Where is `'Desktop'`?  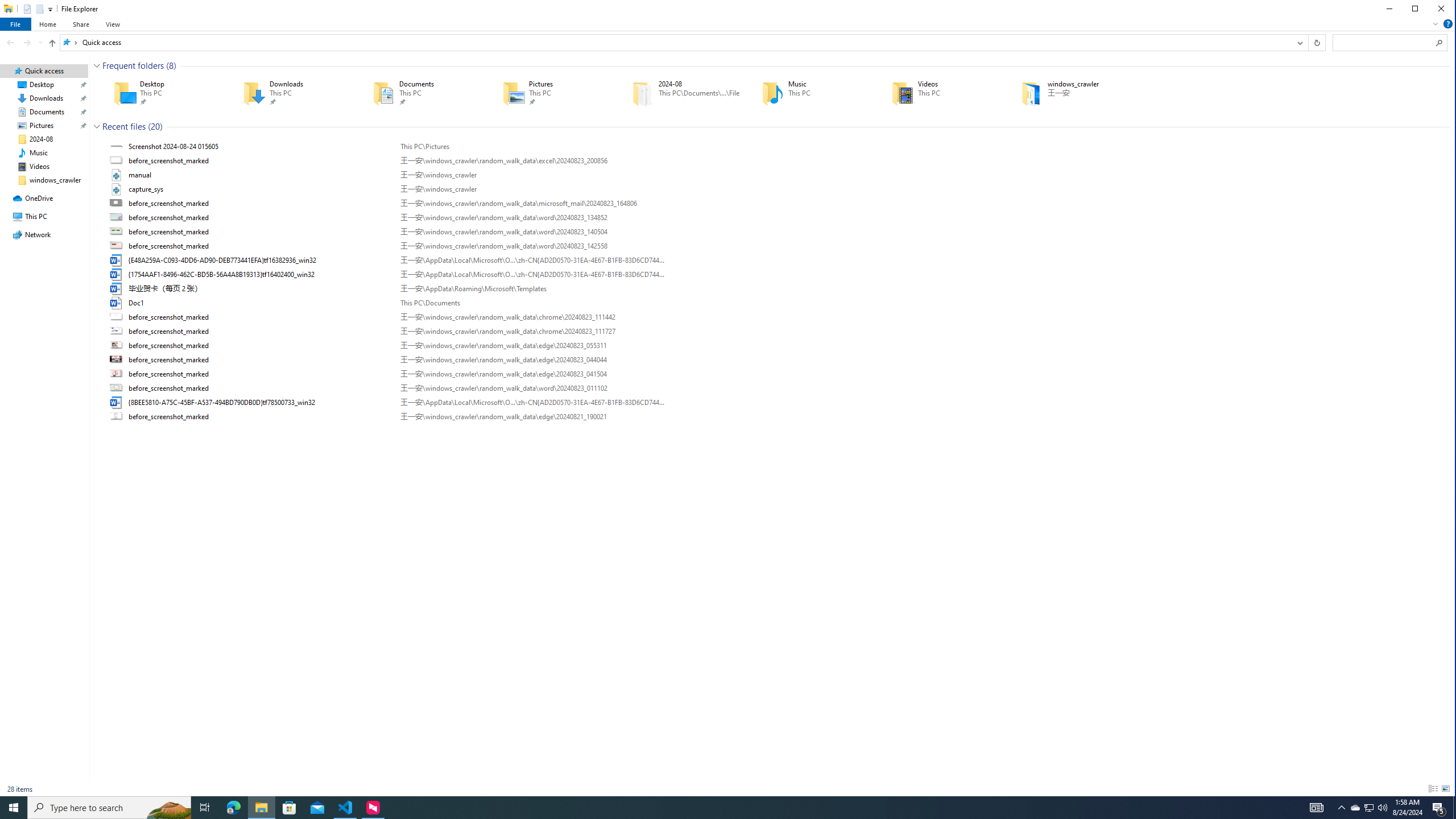 'Desktop' is located at coordinates (162, 93).